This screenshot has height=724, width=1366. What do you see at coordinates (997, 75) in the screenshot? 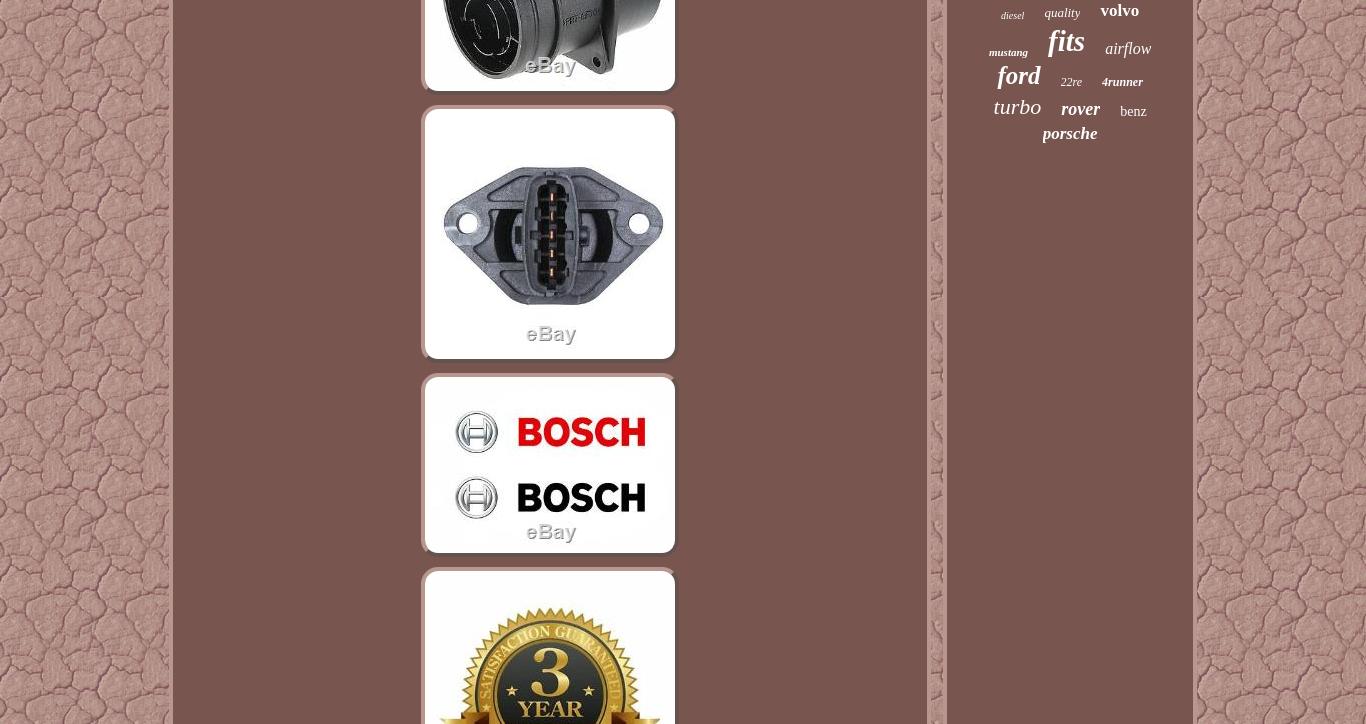
I see `'ford'` at bounding box center [997, 75].